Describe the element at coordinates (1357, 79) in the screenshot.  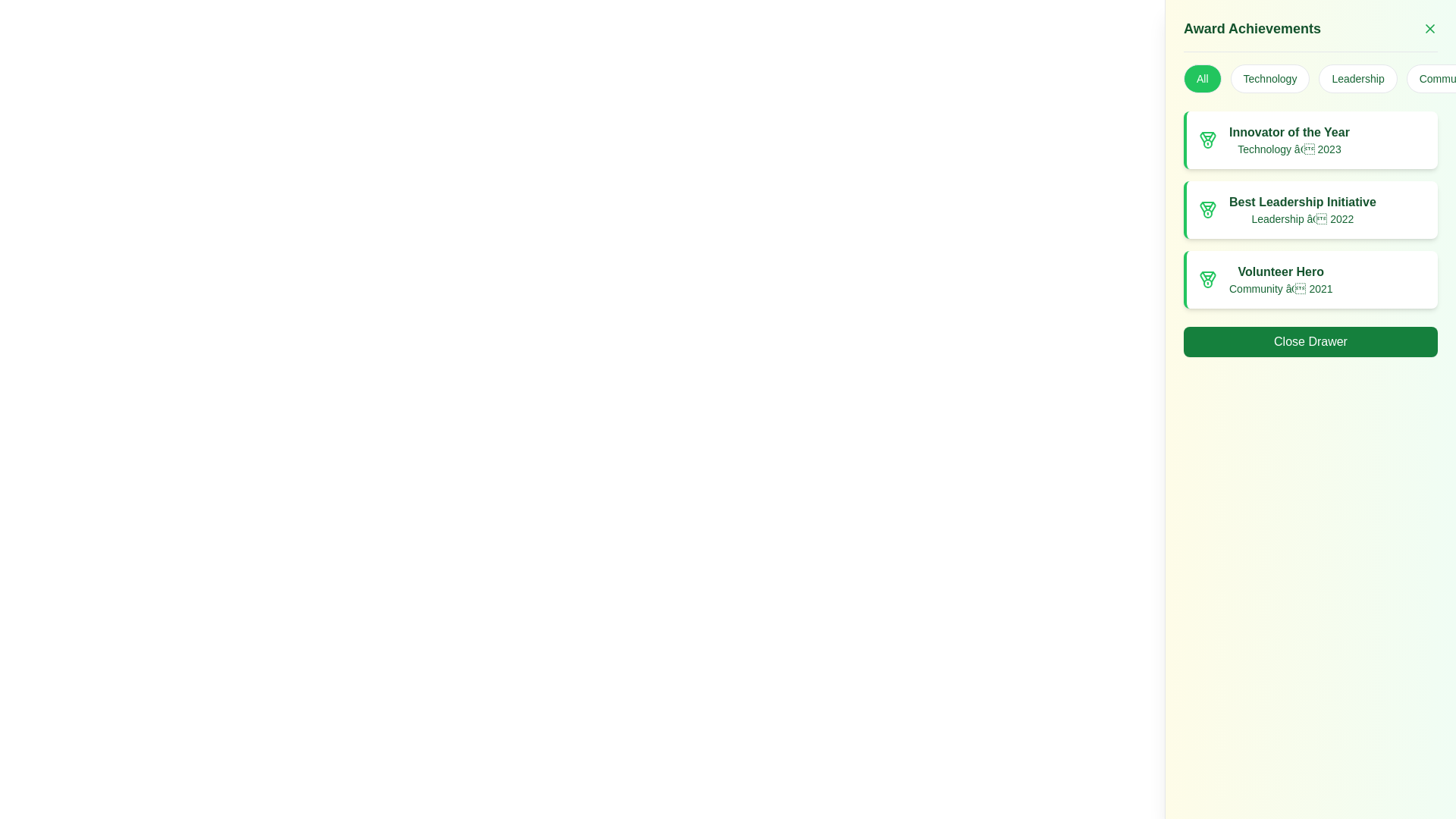
I see `the third button labeled 'Leadership' in the category filter section` at that location.